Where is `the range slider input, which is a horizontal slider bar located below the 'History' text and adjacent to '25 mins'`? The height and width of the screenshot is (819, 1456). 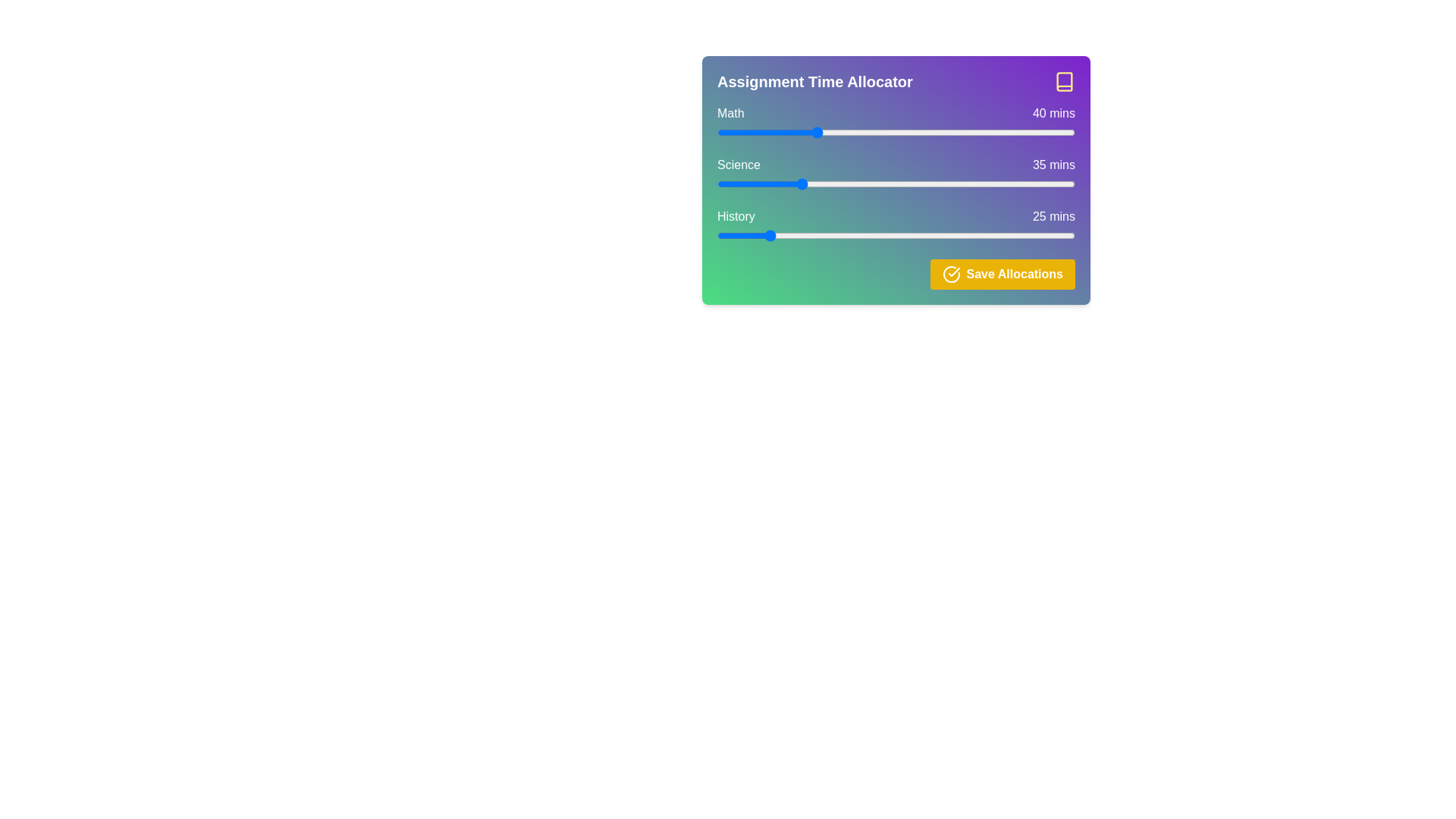 the range slider input, which is a horizontal slider bar located below the 'History' text and adjacent to '25 mins' is located at coordinates (896, 236).